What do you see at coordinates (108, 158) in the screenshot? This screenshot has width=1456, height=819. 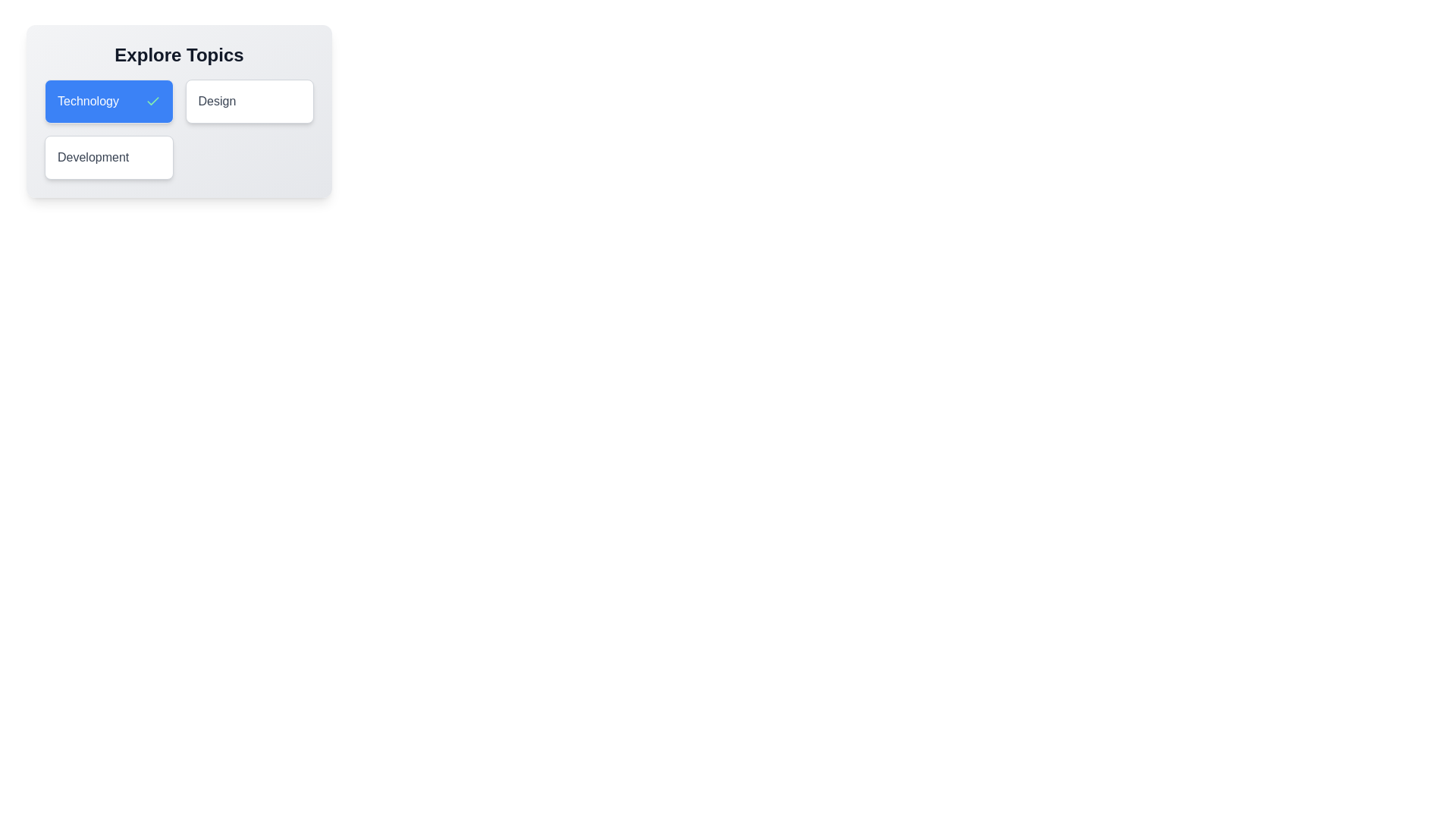 I see `the tag Development` at bounding box center [108, 158].